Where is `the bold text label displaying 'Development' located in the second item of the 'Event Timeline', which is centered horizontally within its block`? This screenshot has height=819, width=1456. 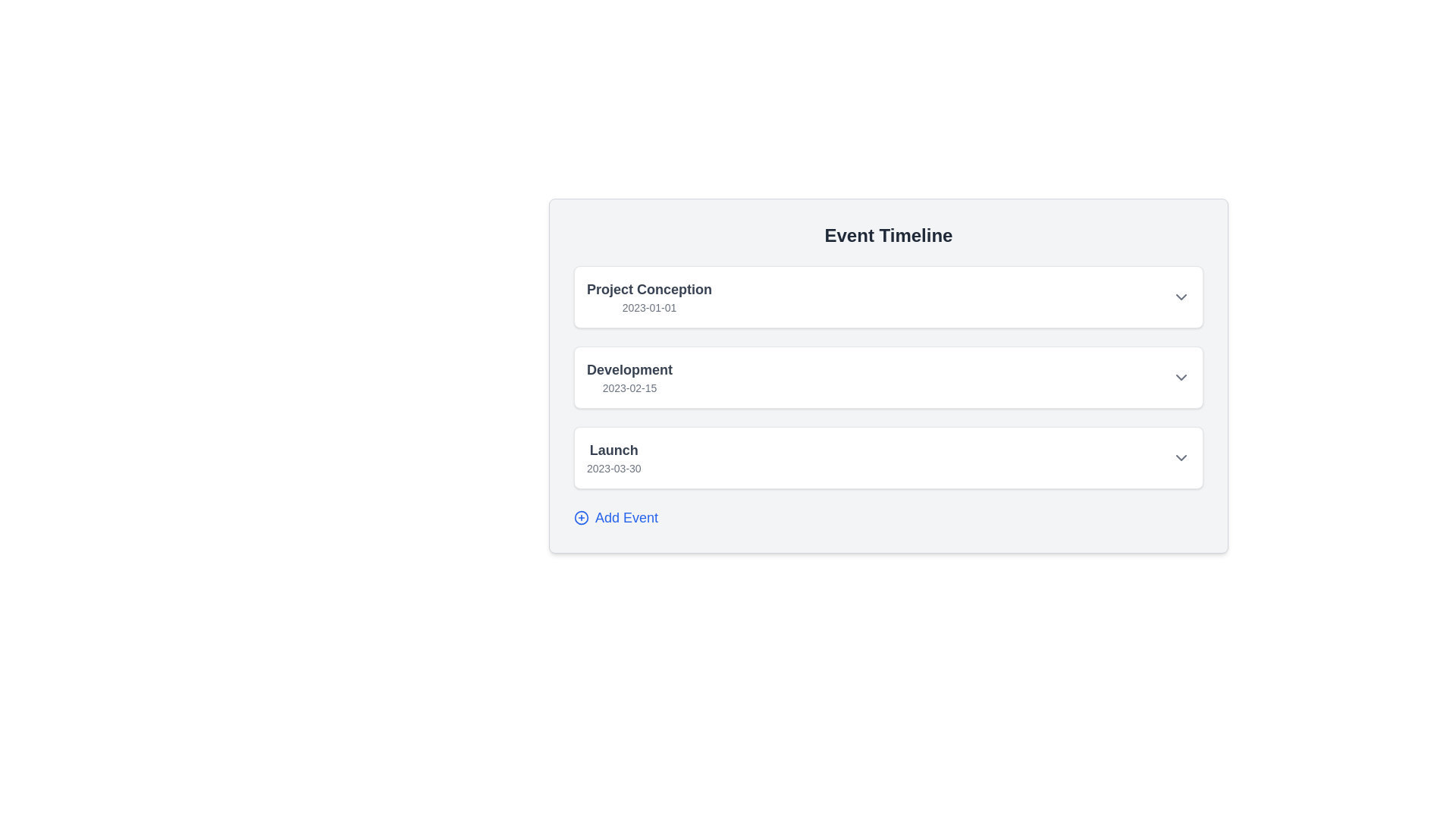
the bold text label displaying 'Development' located in the second item of the 'Event Timeline', which is centered horizontally within its block is located at coordinates (629, 370).